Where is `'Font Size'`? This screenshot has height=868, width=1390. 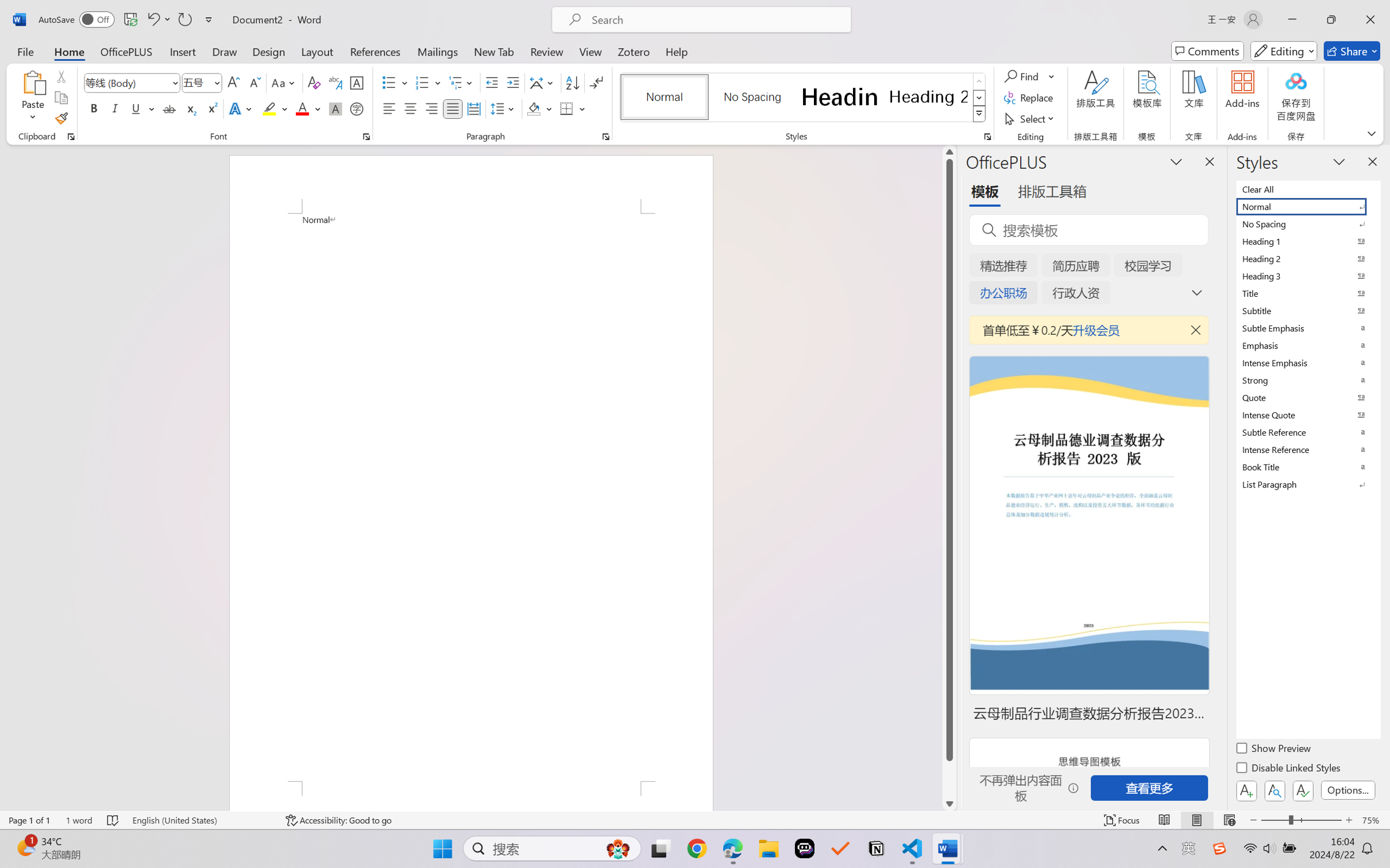
'Font Size' is located at coordinates (202, 83).